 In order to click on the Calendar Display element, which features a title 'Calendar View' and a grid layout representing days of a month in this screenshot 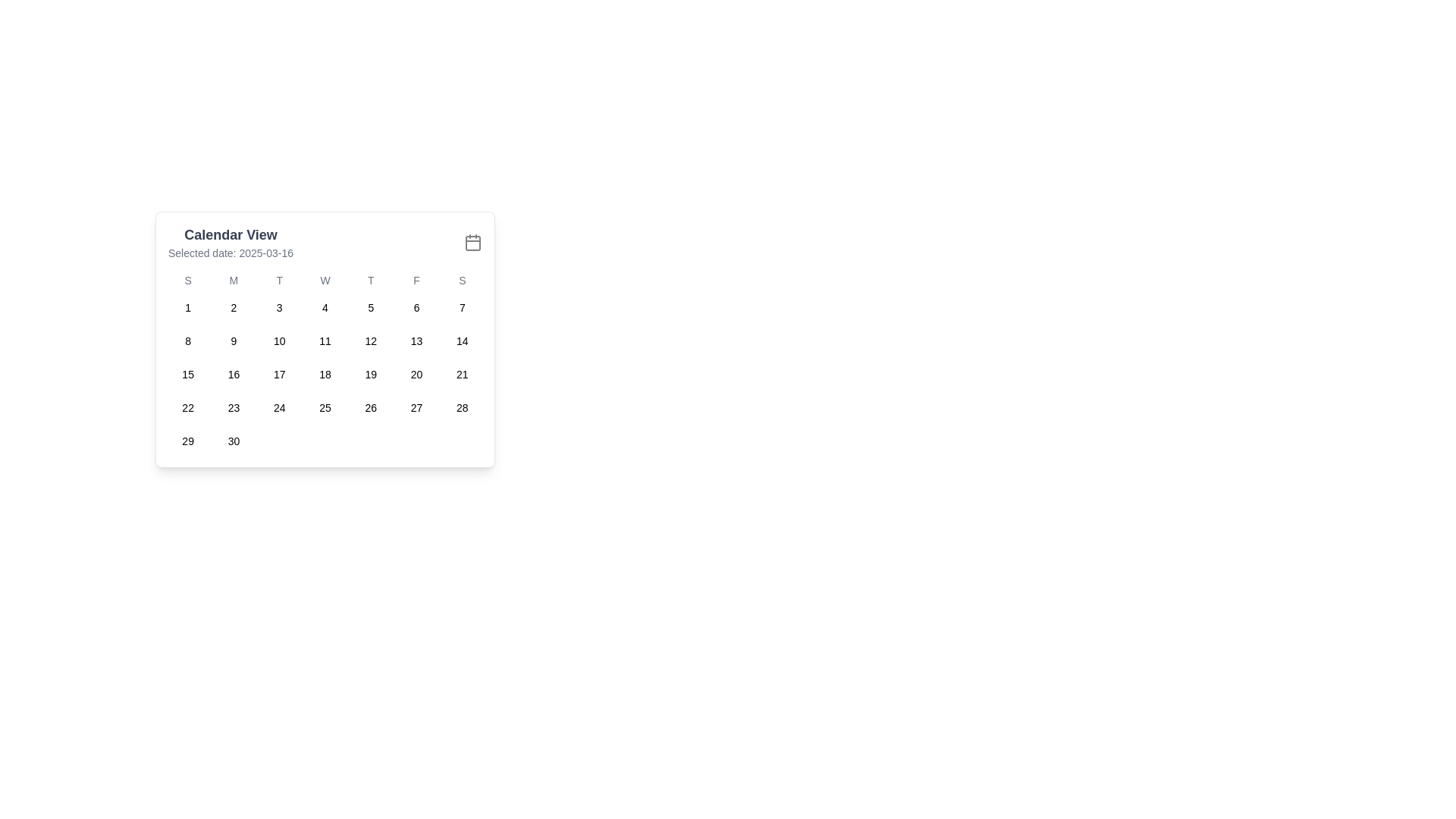, I will do `click(324, 338)`.